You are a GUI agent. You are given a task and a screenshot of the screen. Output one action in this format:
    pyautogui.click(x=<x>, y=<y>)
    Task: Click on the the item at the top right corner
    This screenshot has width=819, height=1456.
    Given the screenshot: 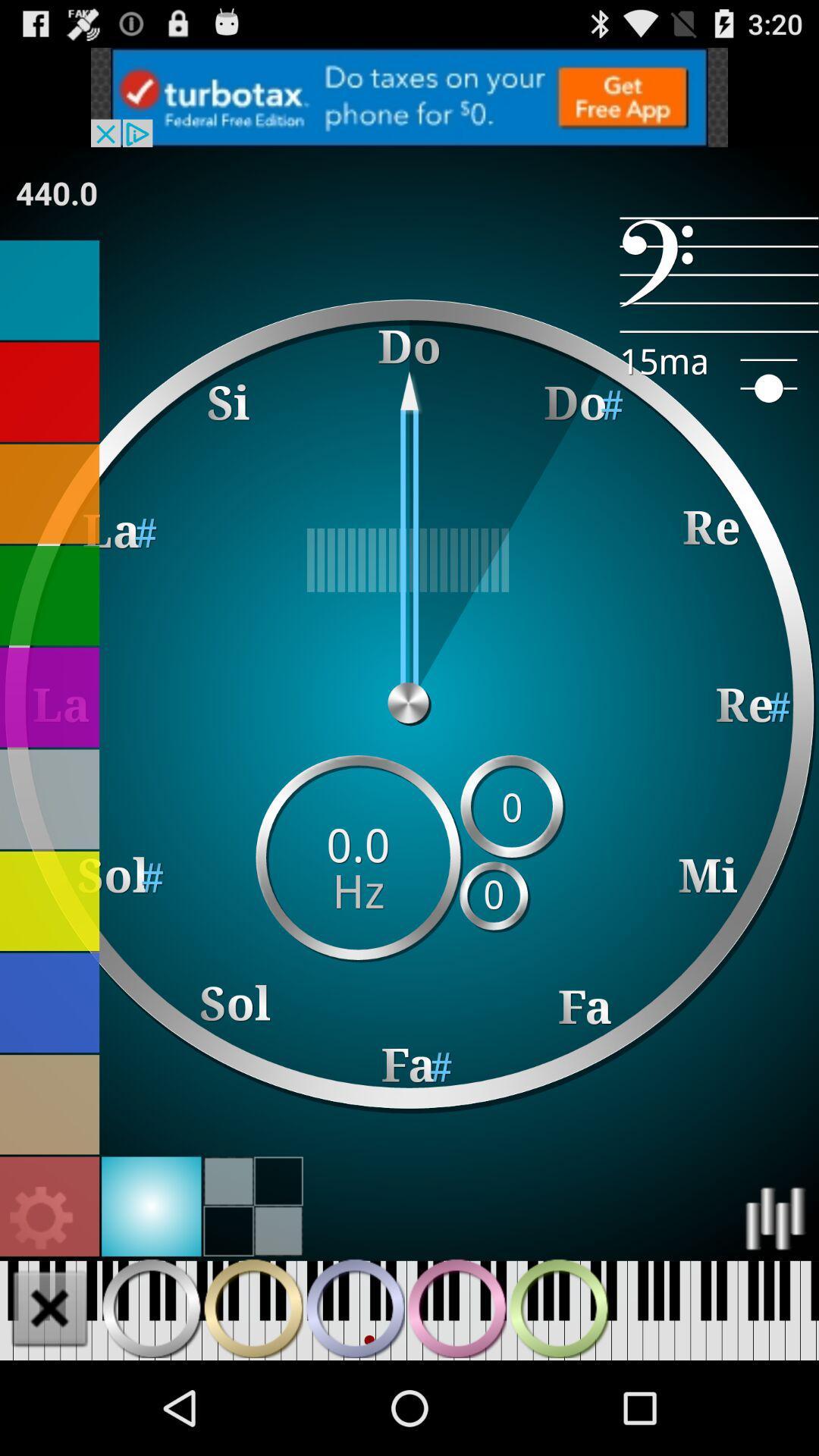 What is the action you would take?
    pyautogui.click(x=718, y=275)
    